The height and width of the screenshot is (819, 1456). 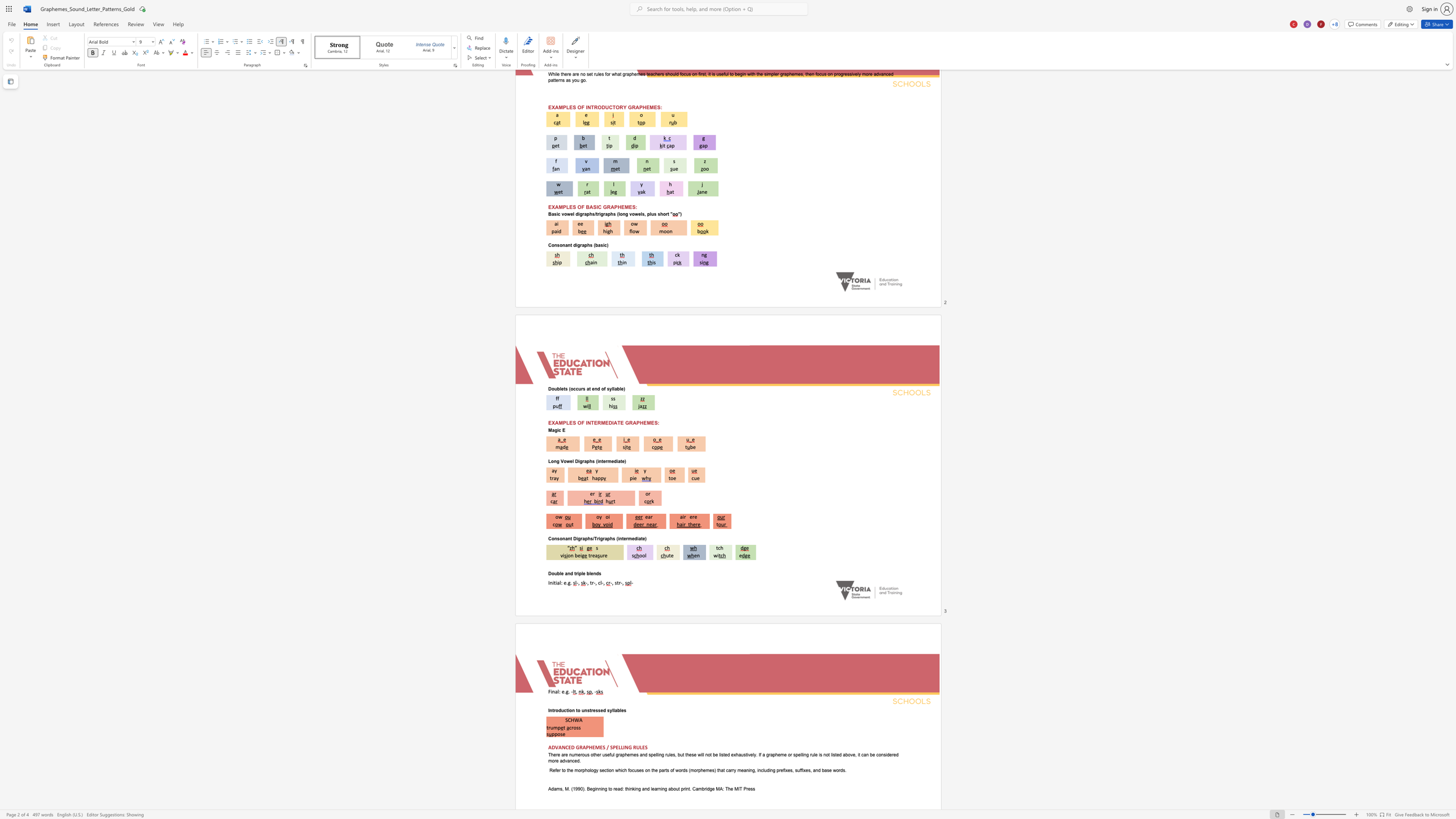 What do you see at coordinates (580, 573) in the screenshot?
I see `the space between the continuous character "p" and "l" in the text` at bounding box center [580, 573].